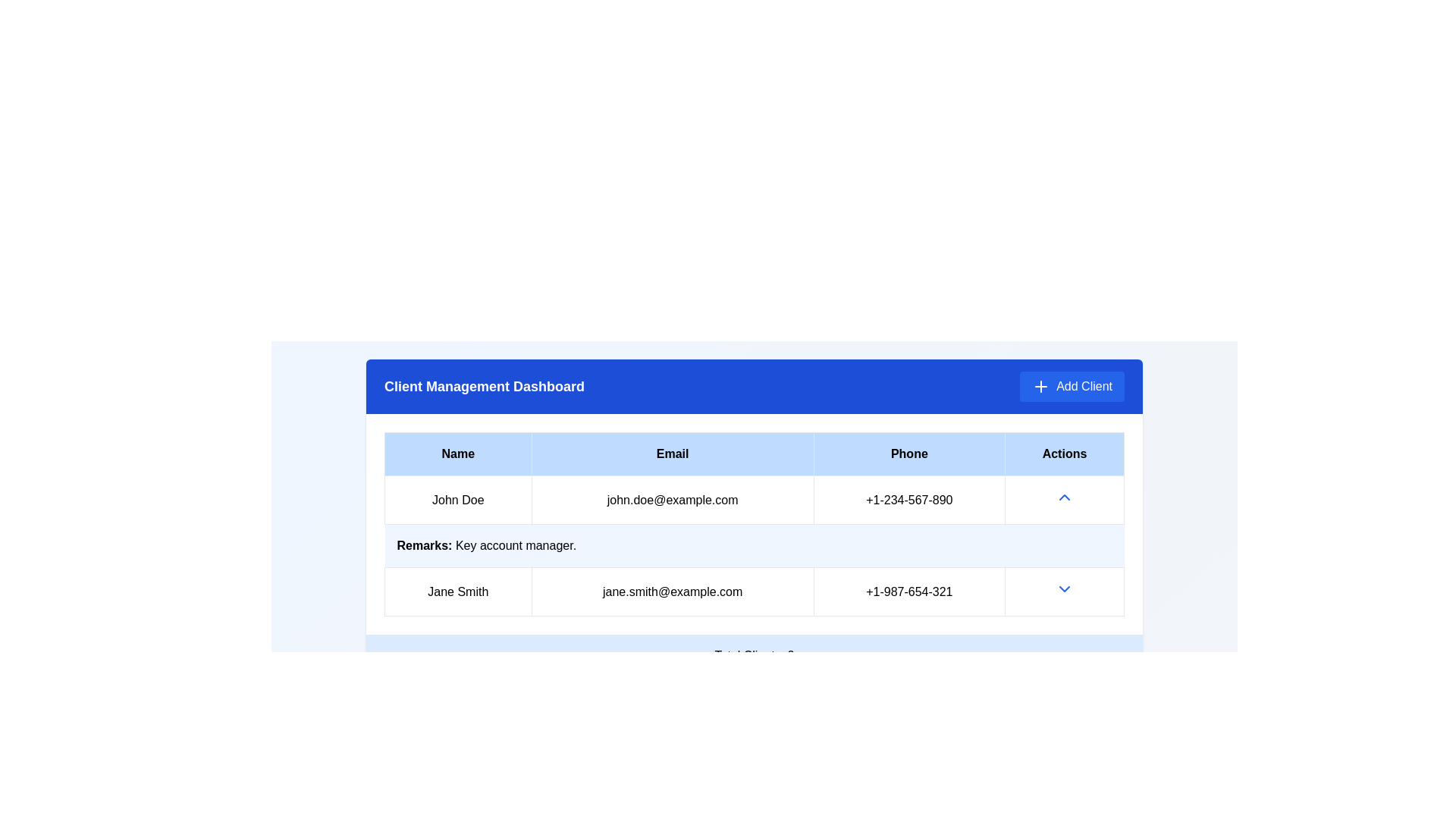 Image resolution: width=1456 pixels, height=819 pixels. Describe the element at coordinates (1063, 588) in the screenshot. I see `the second chevron icon in the 'Actions' column of the table related to Jane Smith` at that location.